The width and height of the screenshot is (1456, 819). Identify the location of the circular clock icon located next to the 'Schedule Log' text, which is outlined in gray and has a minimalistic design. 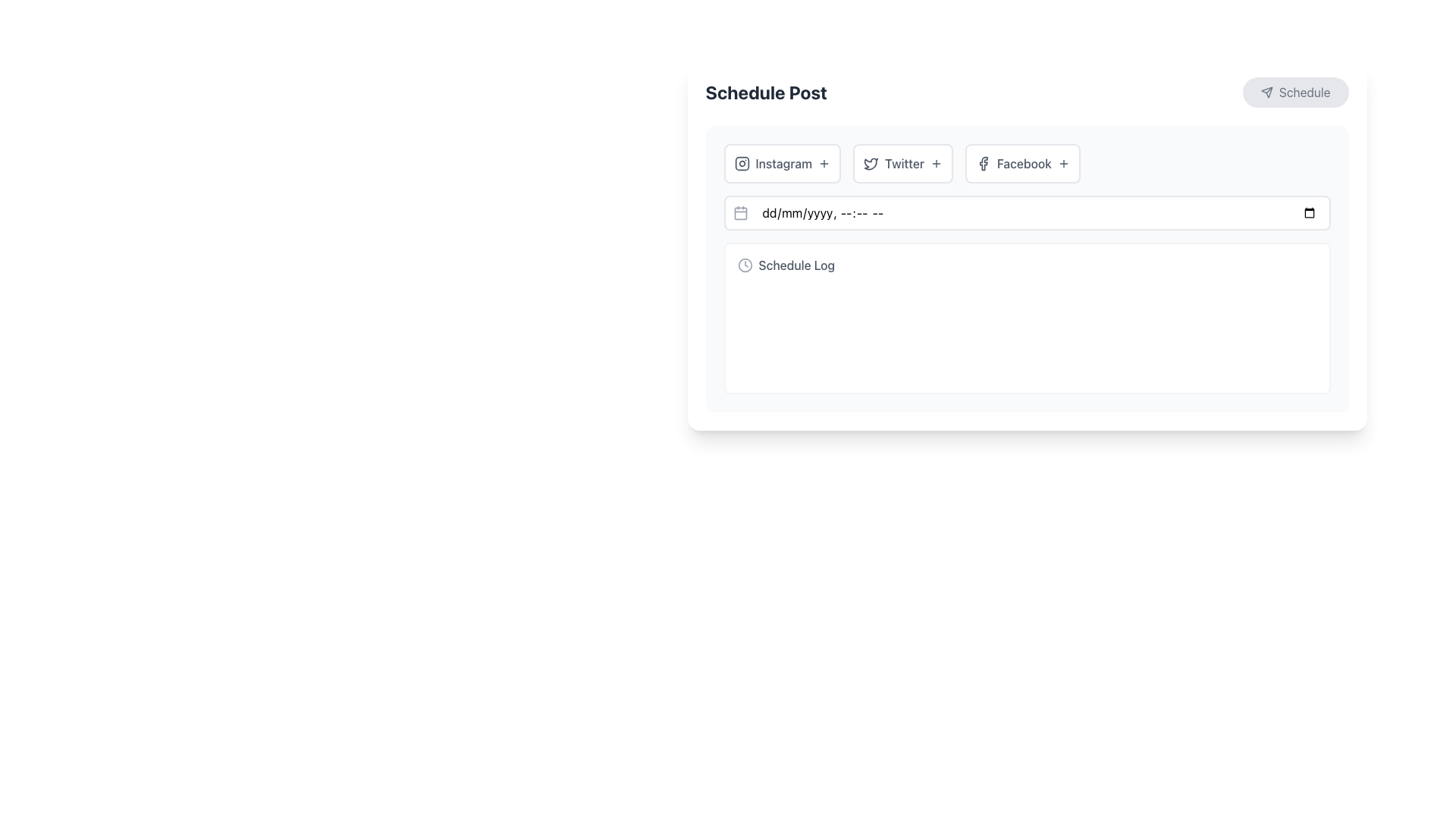
(745, 265).